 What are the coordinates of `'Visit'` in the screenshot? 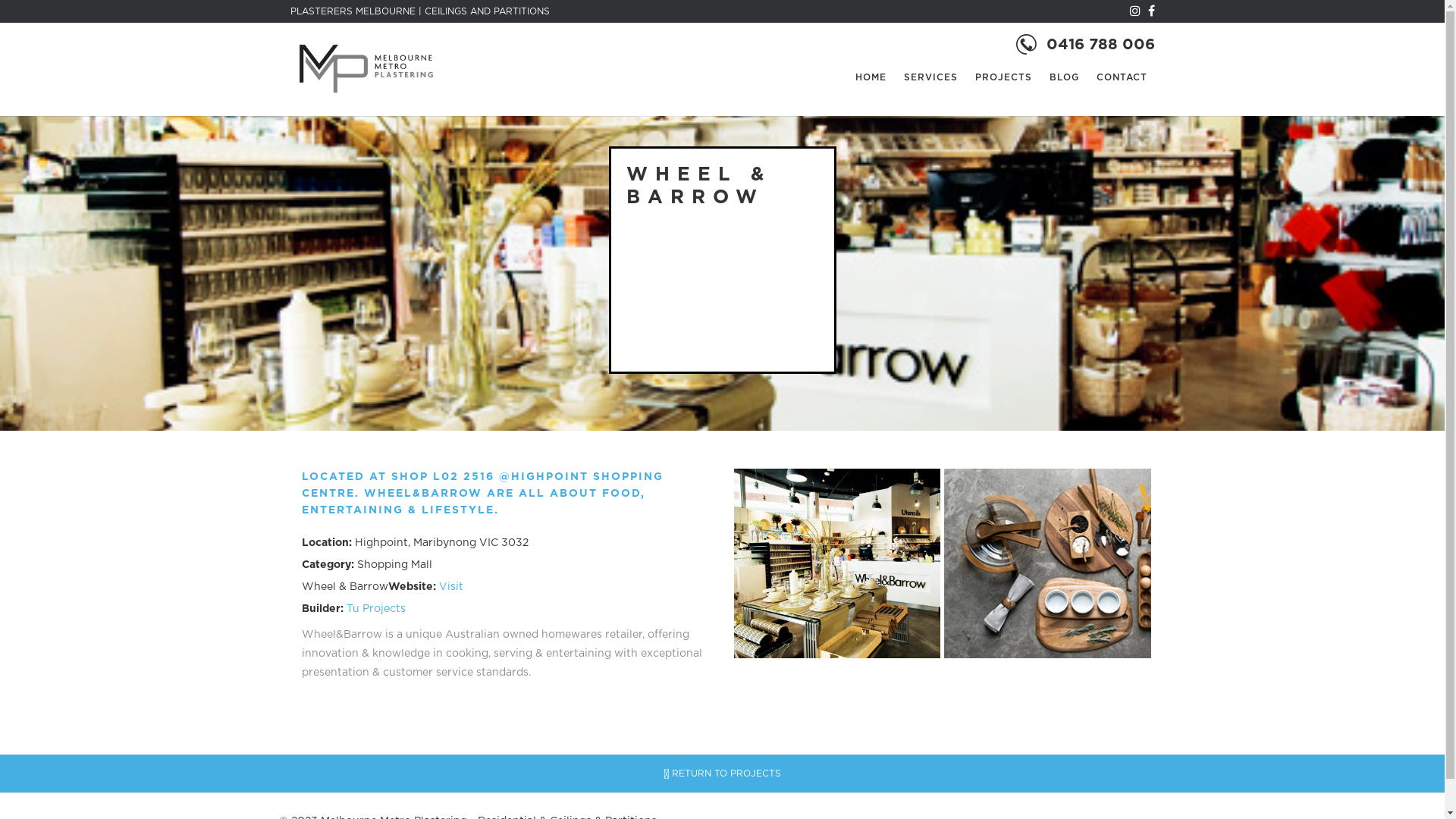 It's located at (450, 586).